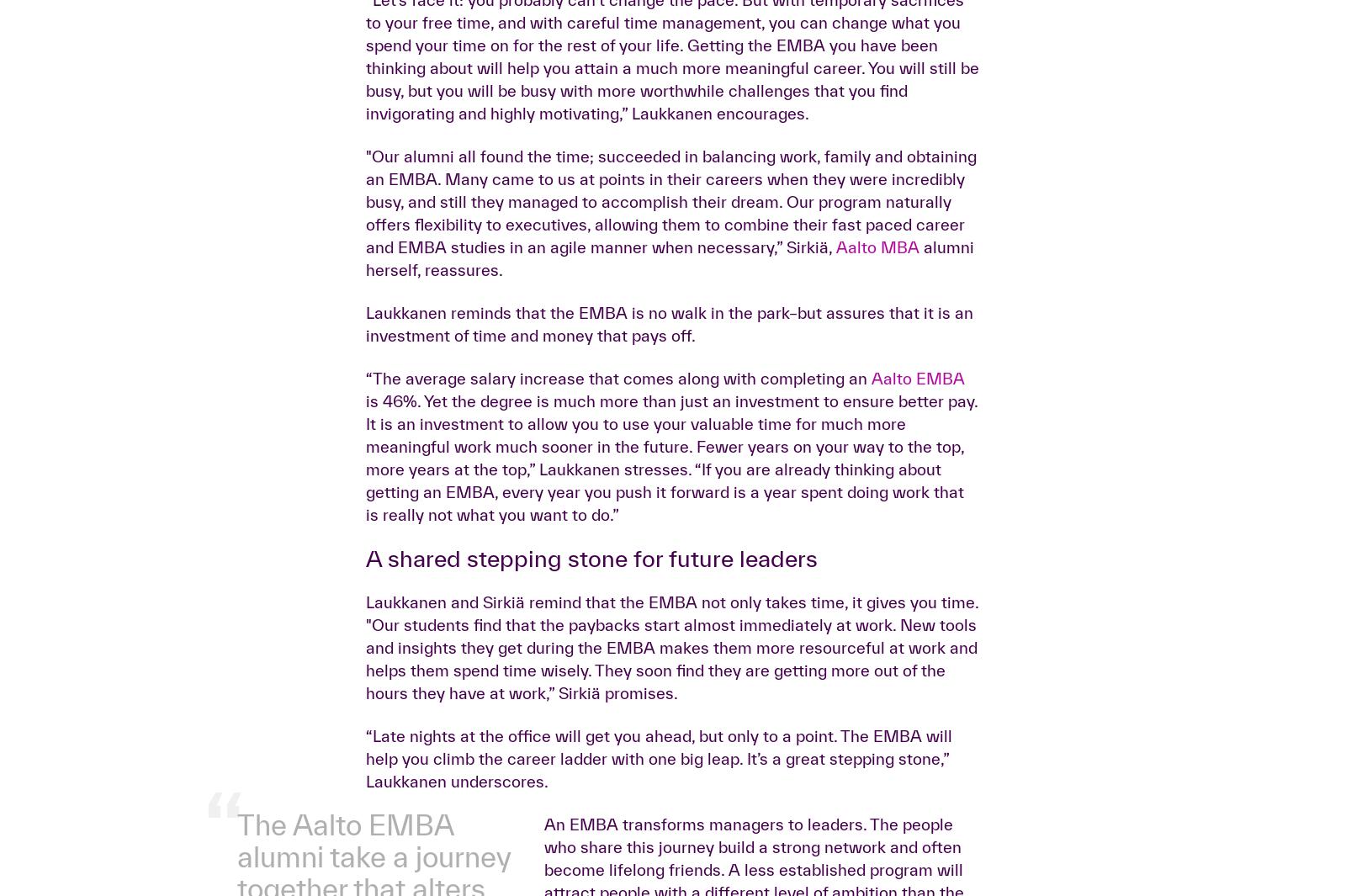  Describe the element at coordinates (877, 512) in the screenshot. I see `'Aalto MBA'` at that location.